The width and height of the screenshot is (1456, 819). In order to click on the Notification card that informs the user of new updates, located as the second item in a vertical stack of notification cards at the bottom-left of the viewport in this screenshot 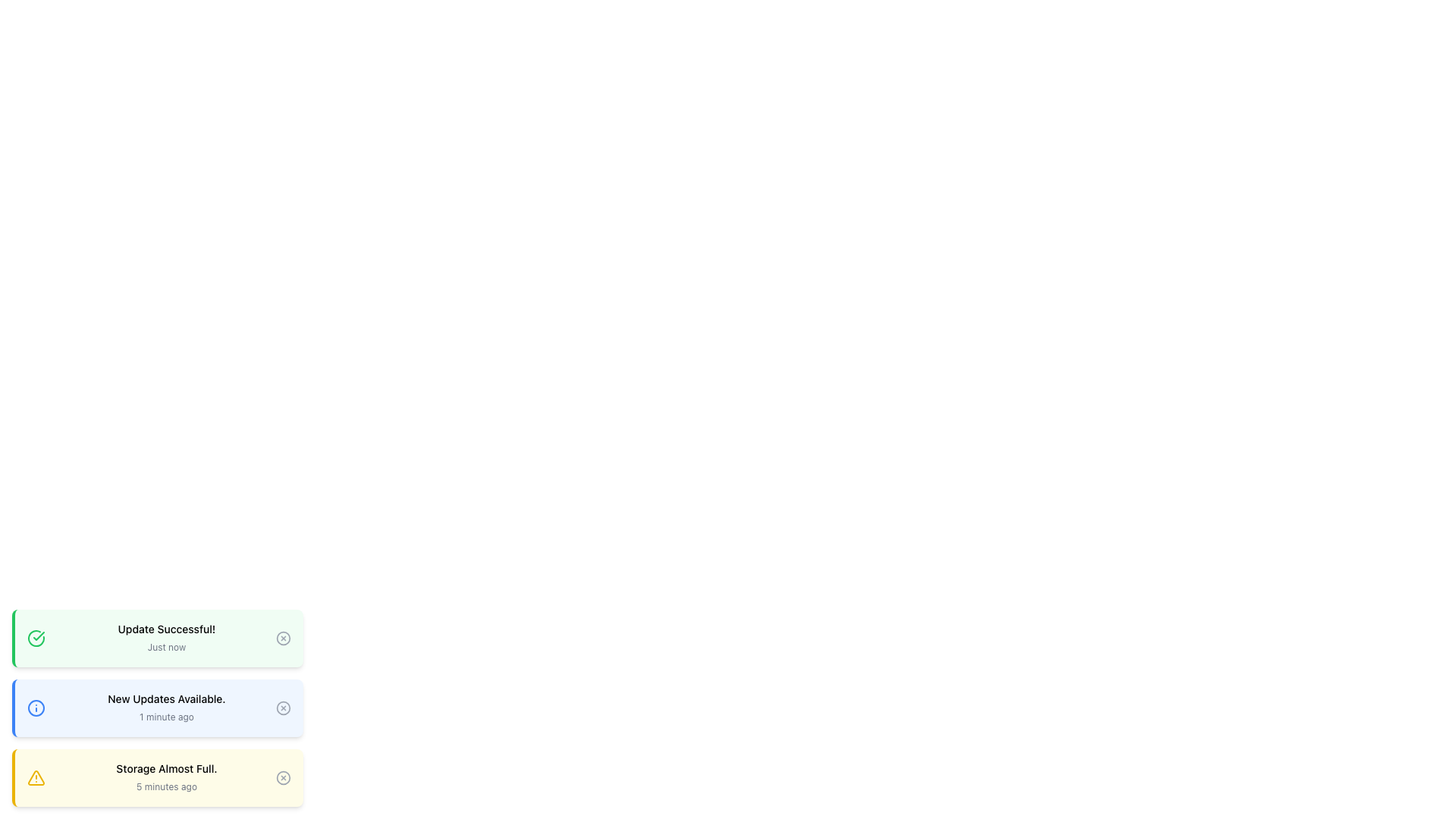, I will do `click(157, 708)`.